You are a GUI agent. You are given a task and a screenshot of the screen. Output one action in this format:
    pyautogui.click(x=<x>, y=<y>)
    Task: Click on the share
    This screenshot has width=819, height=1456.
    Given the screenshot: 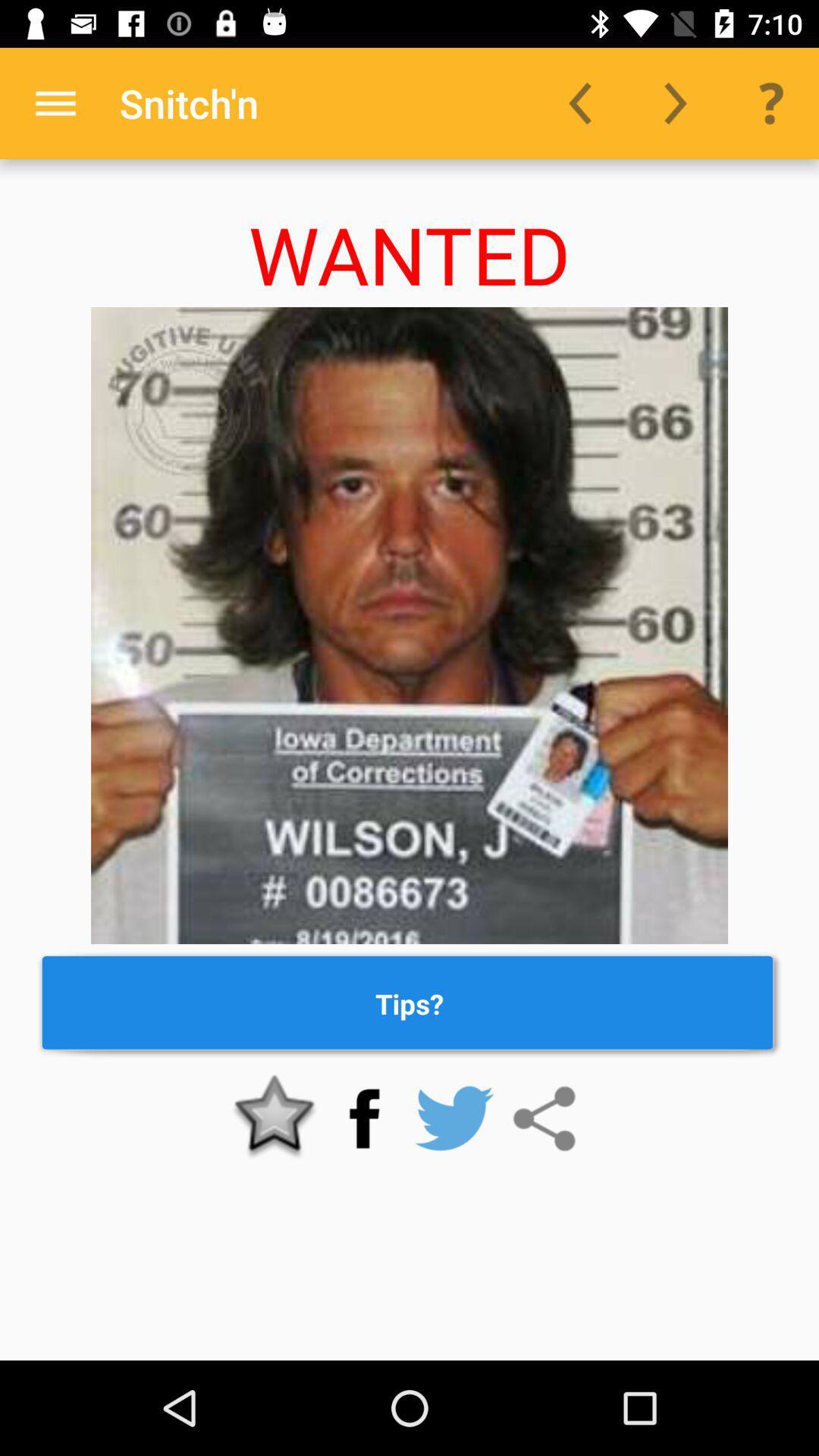 What is the action you would take?
    pyautogui.click(x=543, y=1119)
    